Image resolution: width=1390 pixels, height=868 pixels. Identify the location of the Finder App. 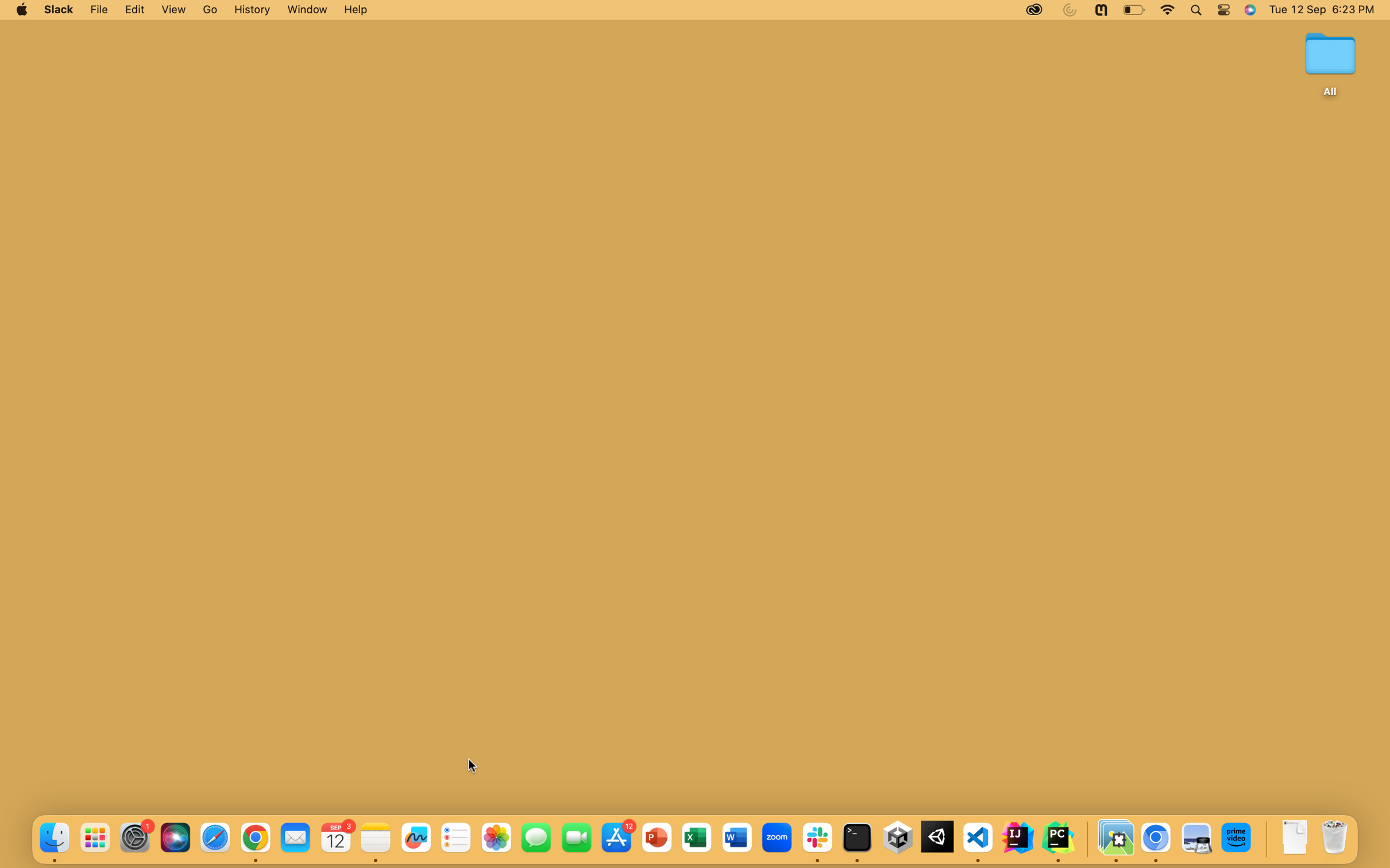
(53, 839).